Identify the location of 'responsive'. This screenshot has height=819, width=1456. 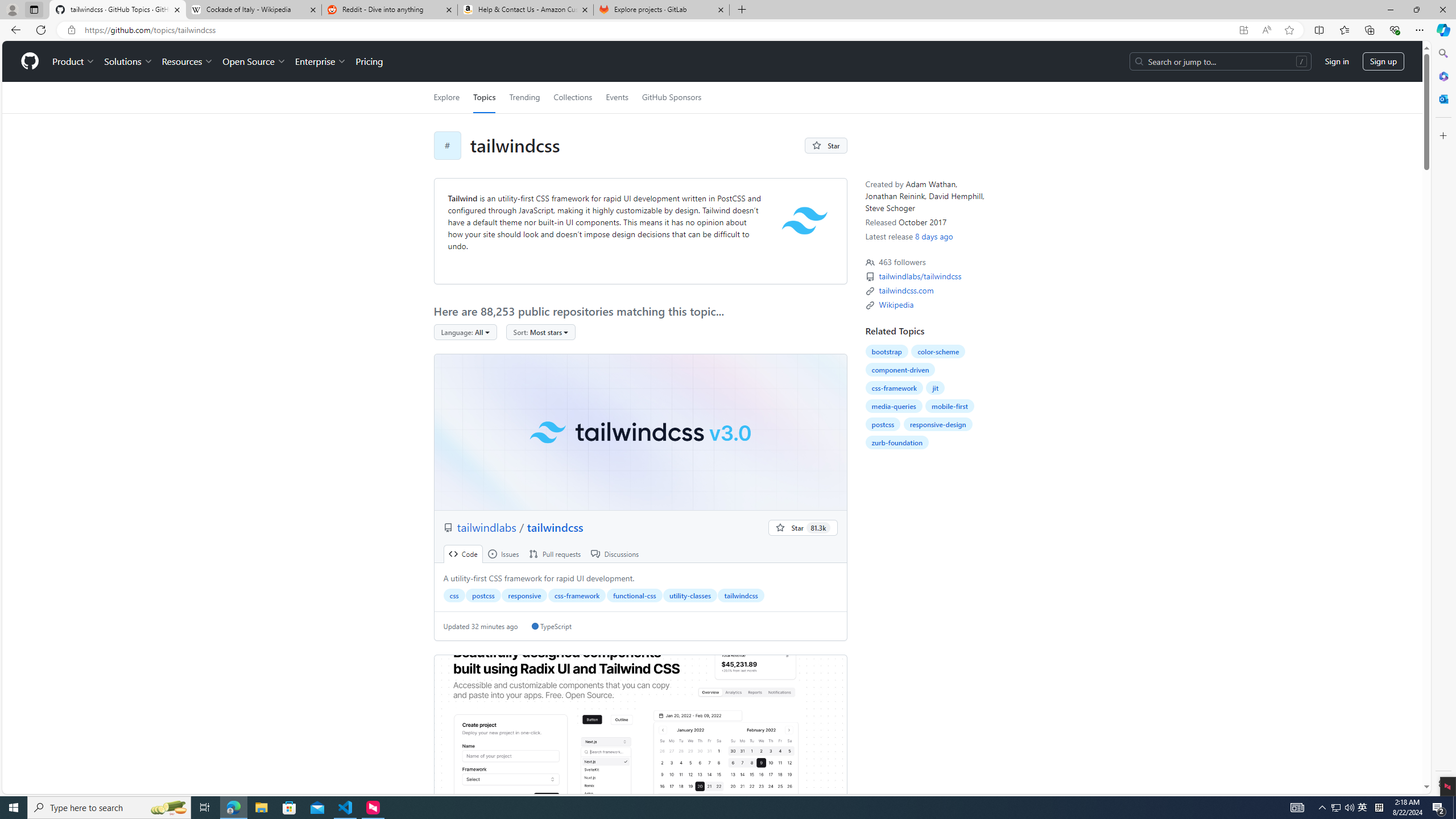
(524, 594).